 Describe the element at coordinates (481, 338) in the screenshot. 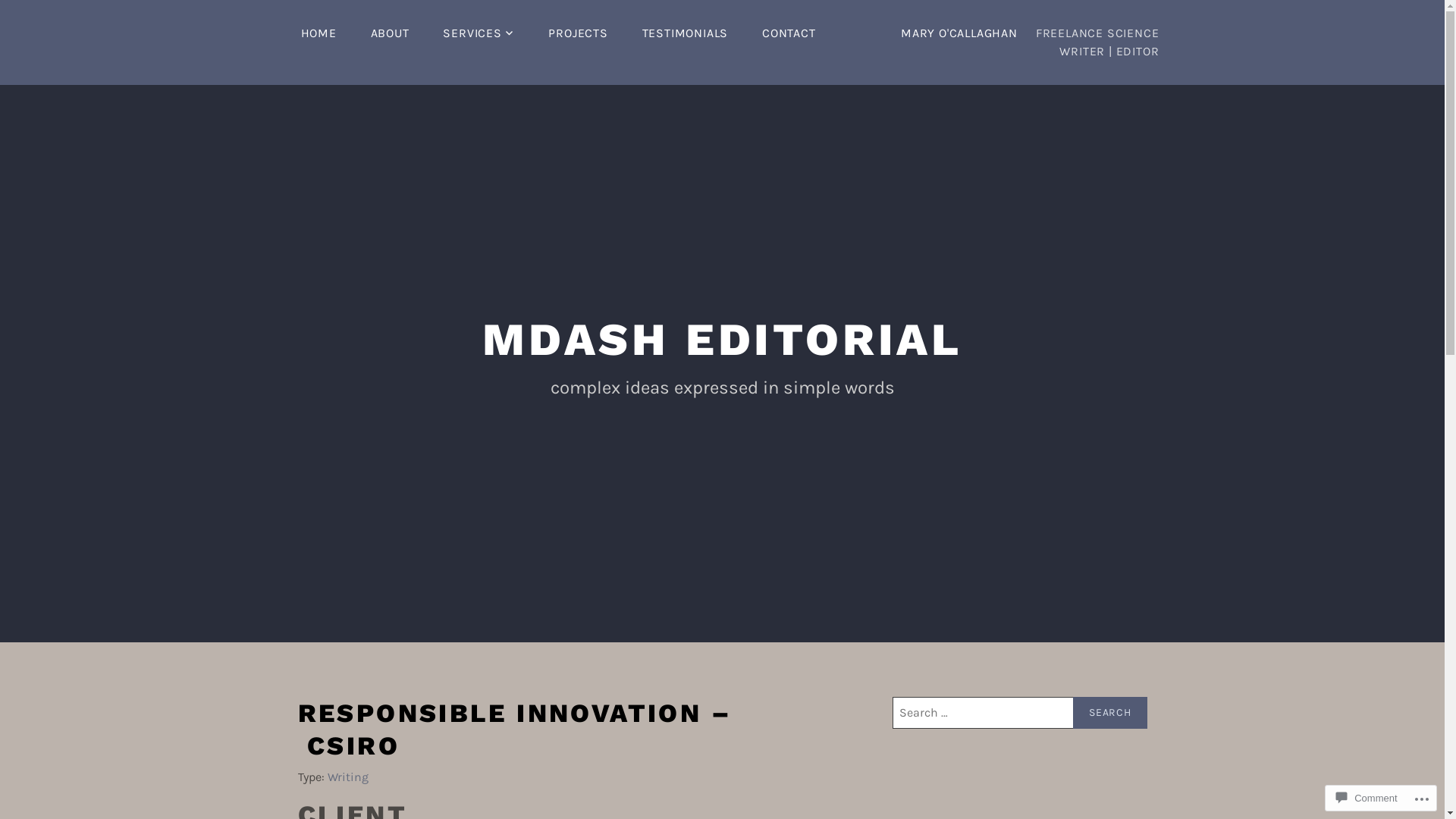

I see `'MDASH EDITORIAL'` at that location.